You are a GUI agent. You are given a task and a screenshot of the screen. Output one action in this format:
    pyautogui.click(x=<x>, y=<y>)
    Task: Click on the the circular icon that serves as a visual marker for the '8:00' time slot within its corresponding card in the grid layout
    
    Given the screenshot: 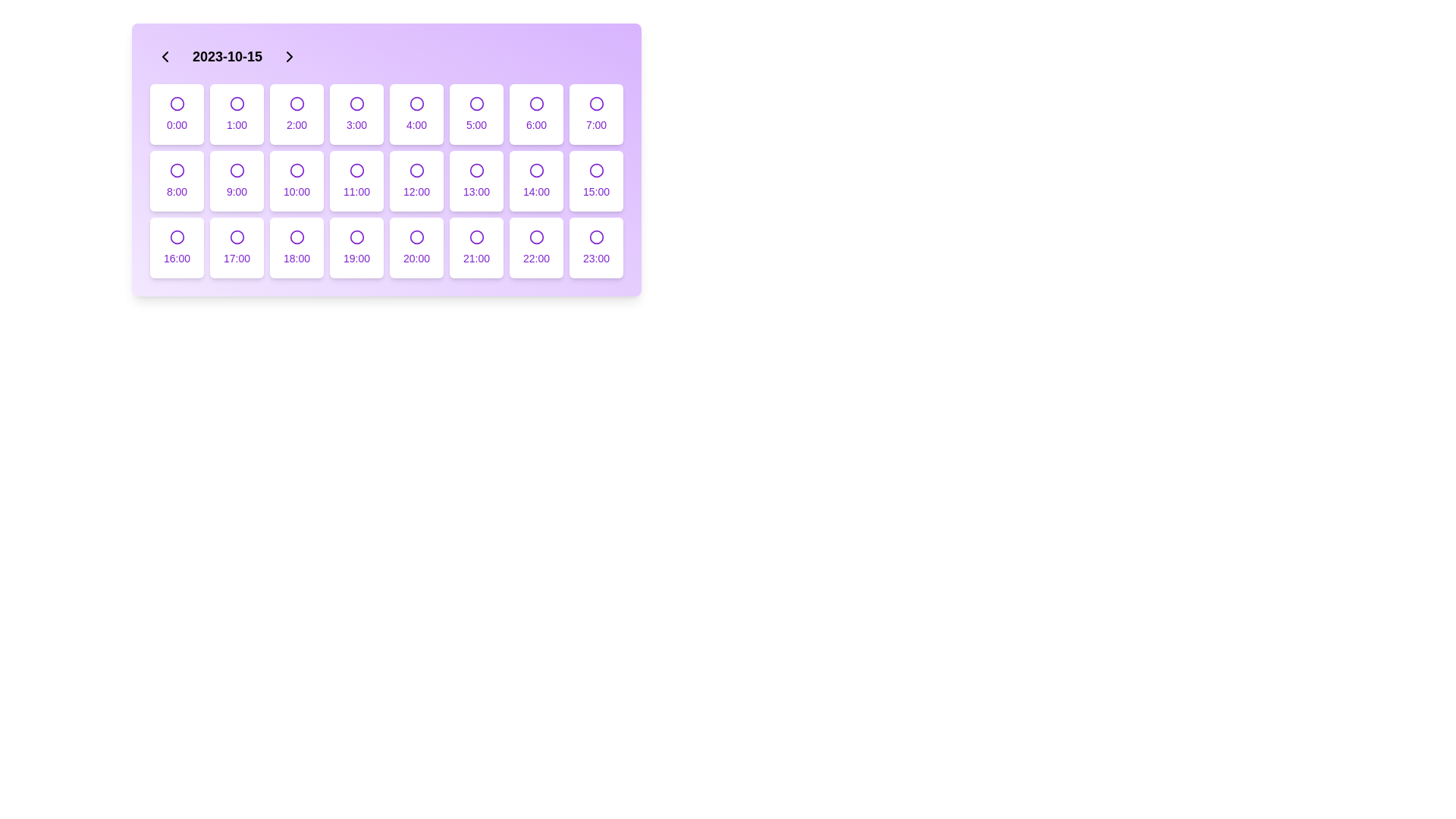 What is the action you would take?
    pyautogui.click(x=177, y=170)
    